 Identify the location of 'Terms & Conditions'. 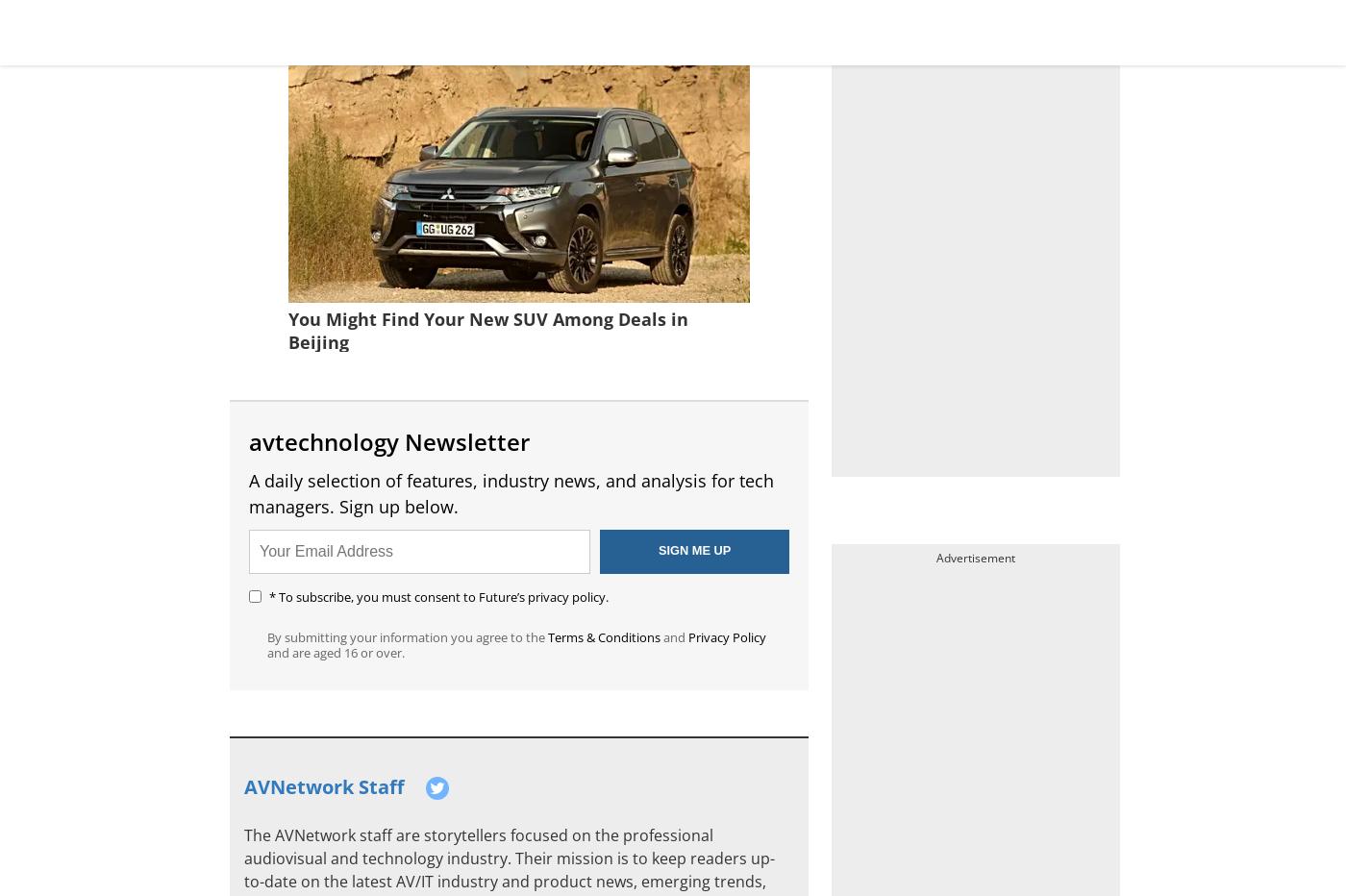
(604, 635).